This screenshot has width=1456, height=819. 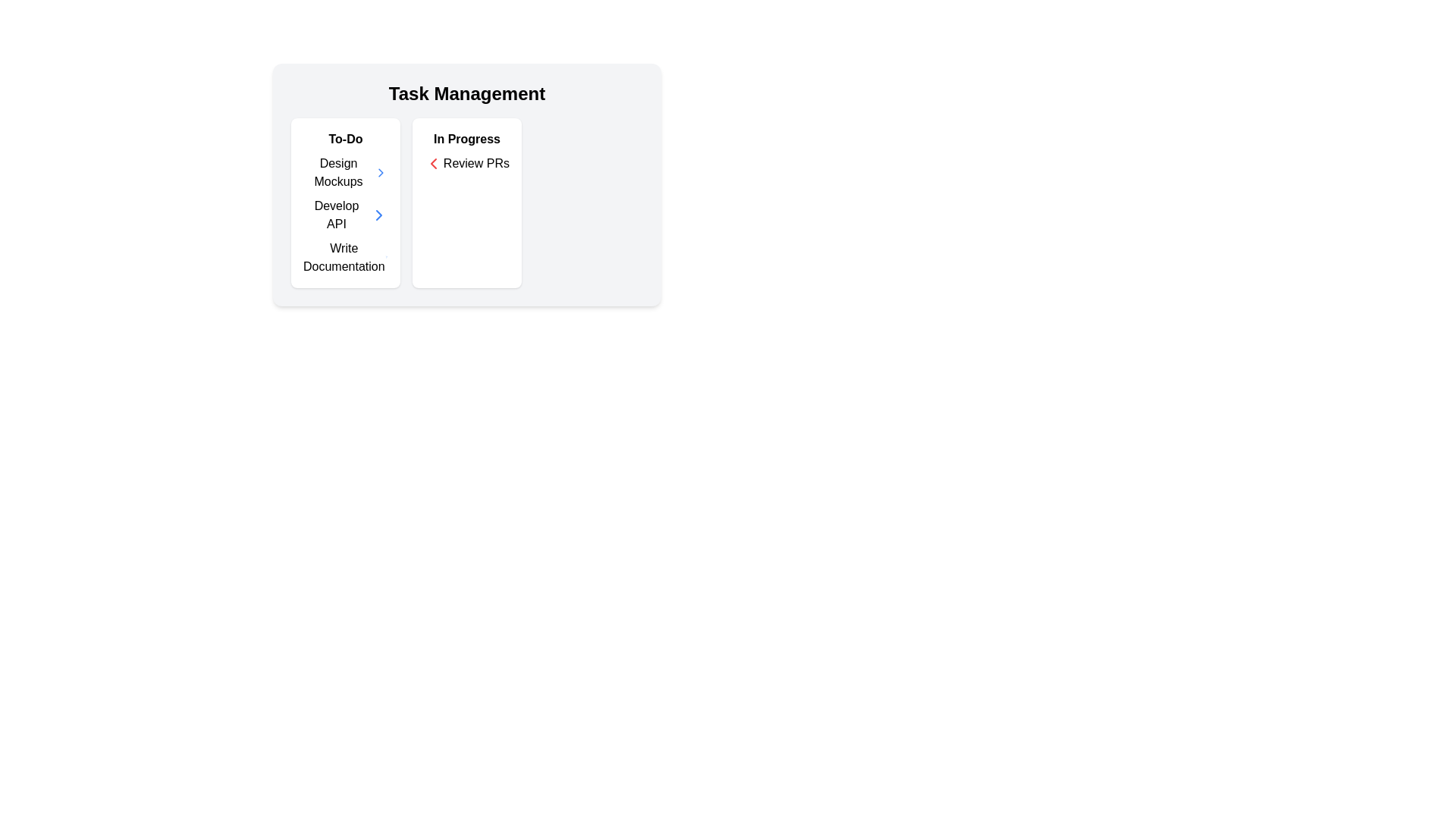 What do you see at coordinates (466, 140) in the screenshot?
I see `the text label displaying 'In Progress' which is styled in bold and positioned at the top-left of the card titled 'Review PRs'` at bounding box center [466, 140].